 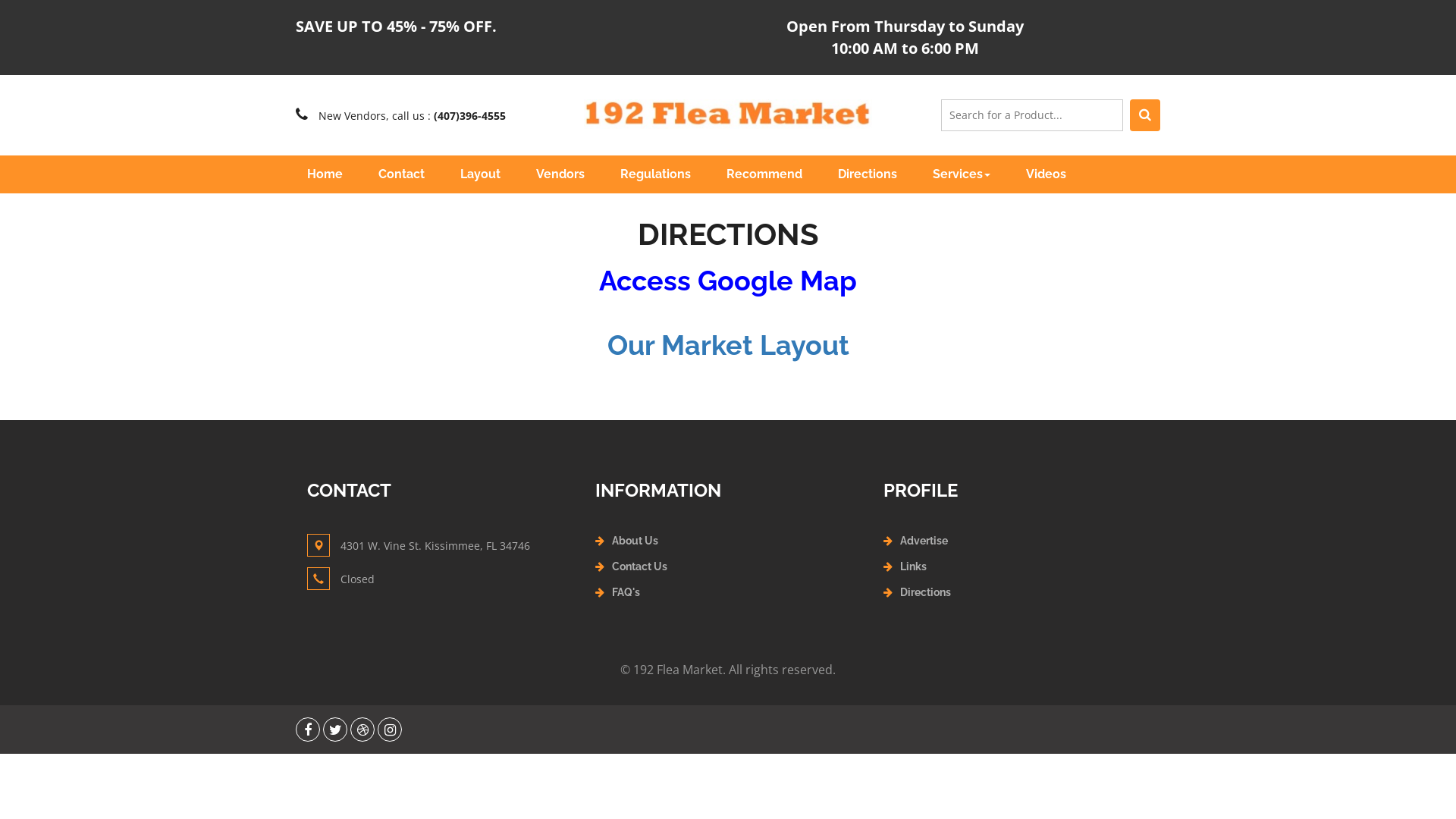 I want to click on 'Contact Us', so click(x=639, y=566).